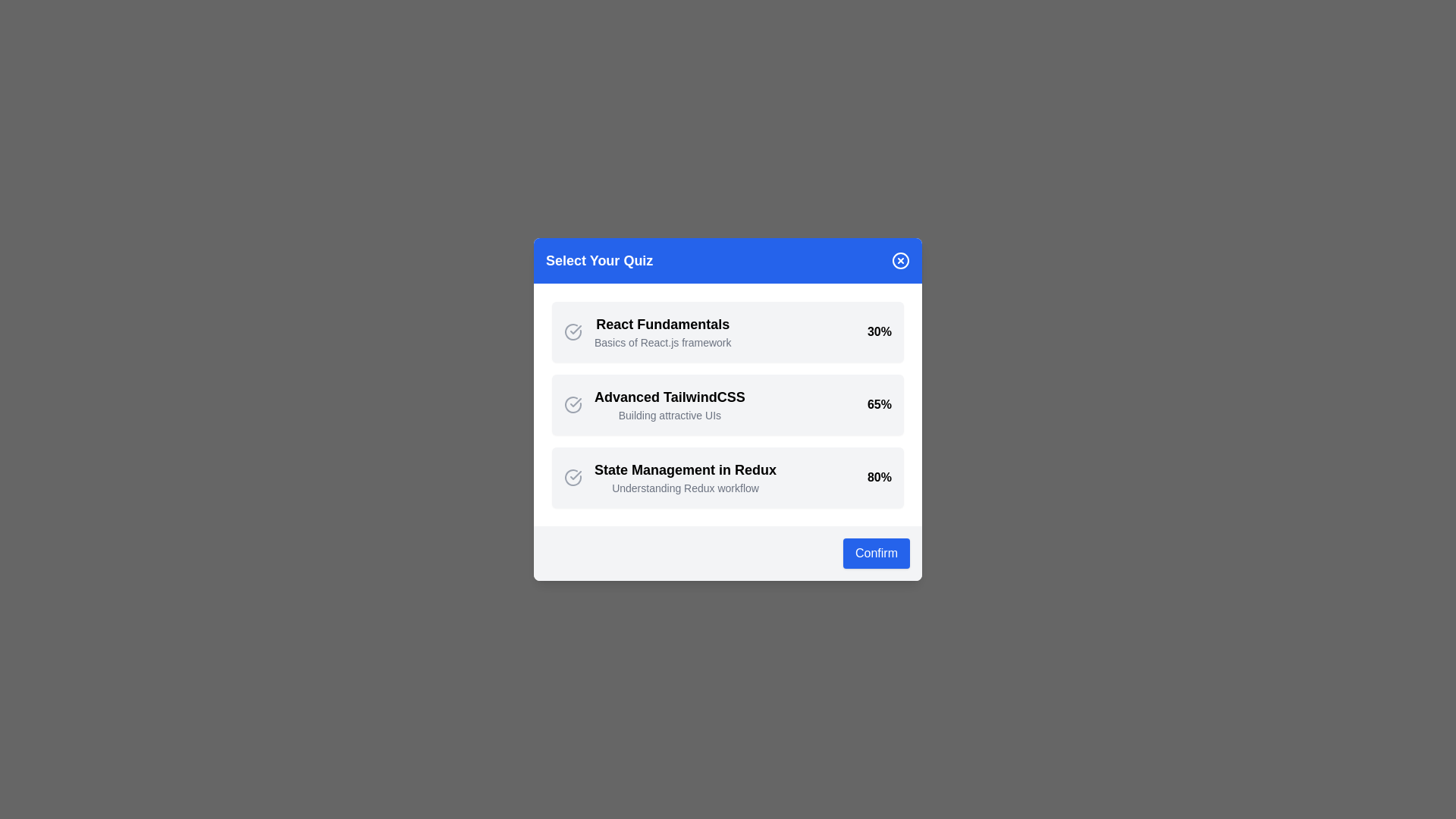 Image resolution: width=1456 pixels, height=819 pixels. I want to click on Confirm button to confirm the selection, so click(877, 553).